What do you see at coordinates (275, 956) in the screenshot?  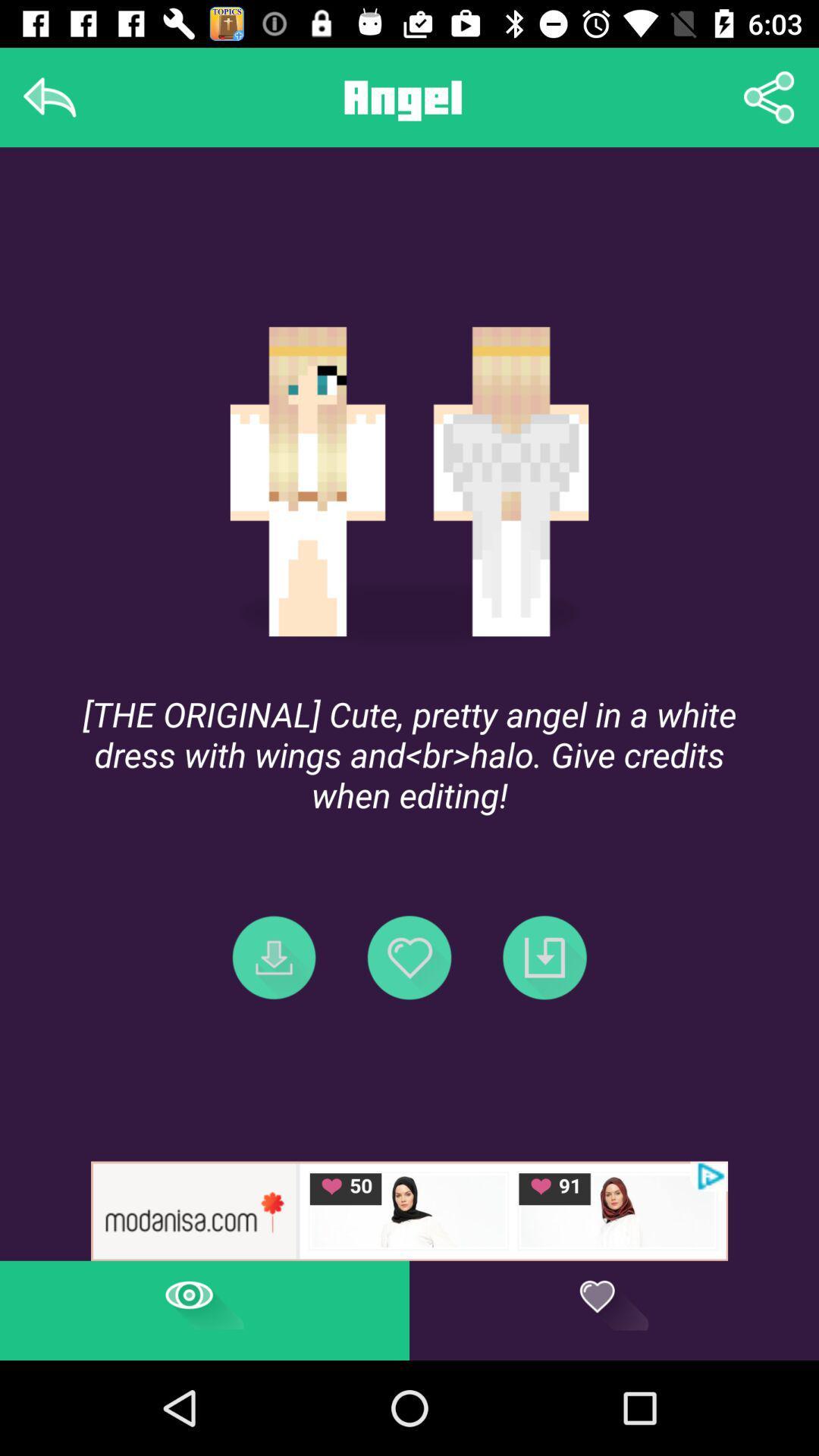 I see `the first icon in a row of three icons` at bounding box center [275, 956].